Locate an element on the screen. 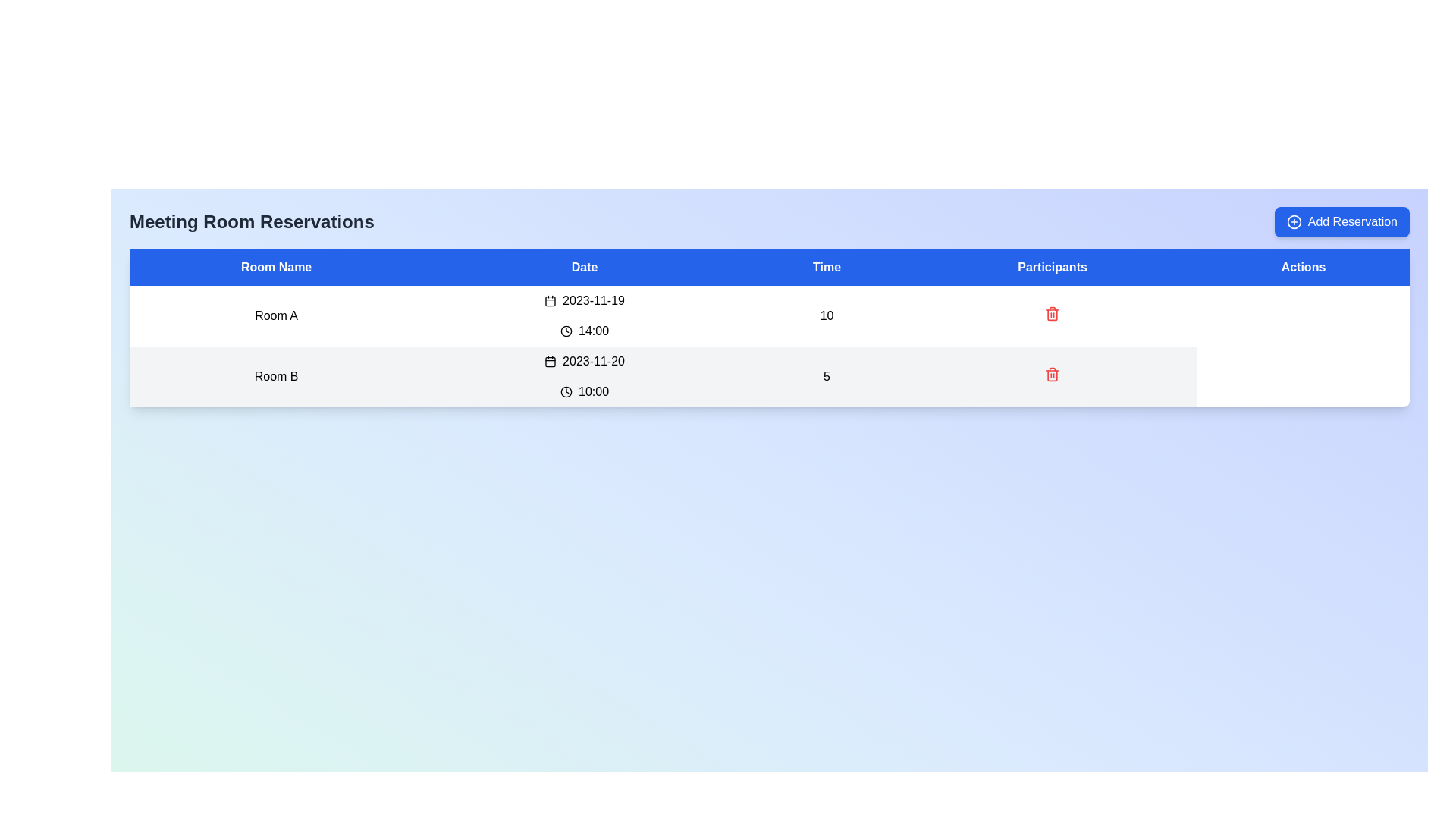  the clock icon located to the left of the time text '14:00' in the Room A row of the table is located at coordinates (566, 330).